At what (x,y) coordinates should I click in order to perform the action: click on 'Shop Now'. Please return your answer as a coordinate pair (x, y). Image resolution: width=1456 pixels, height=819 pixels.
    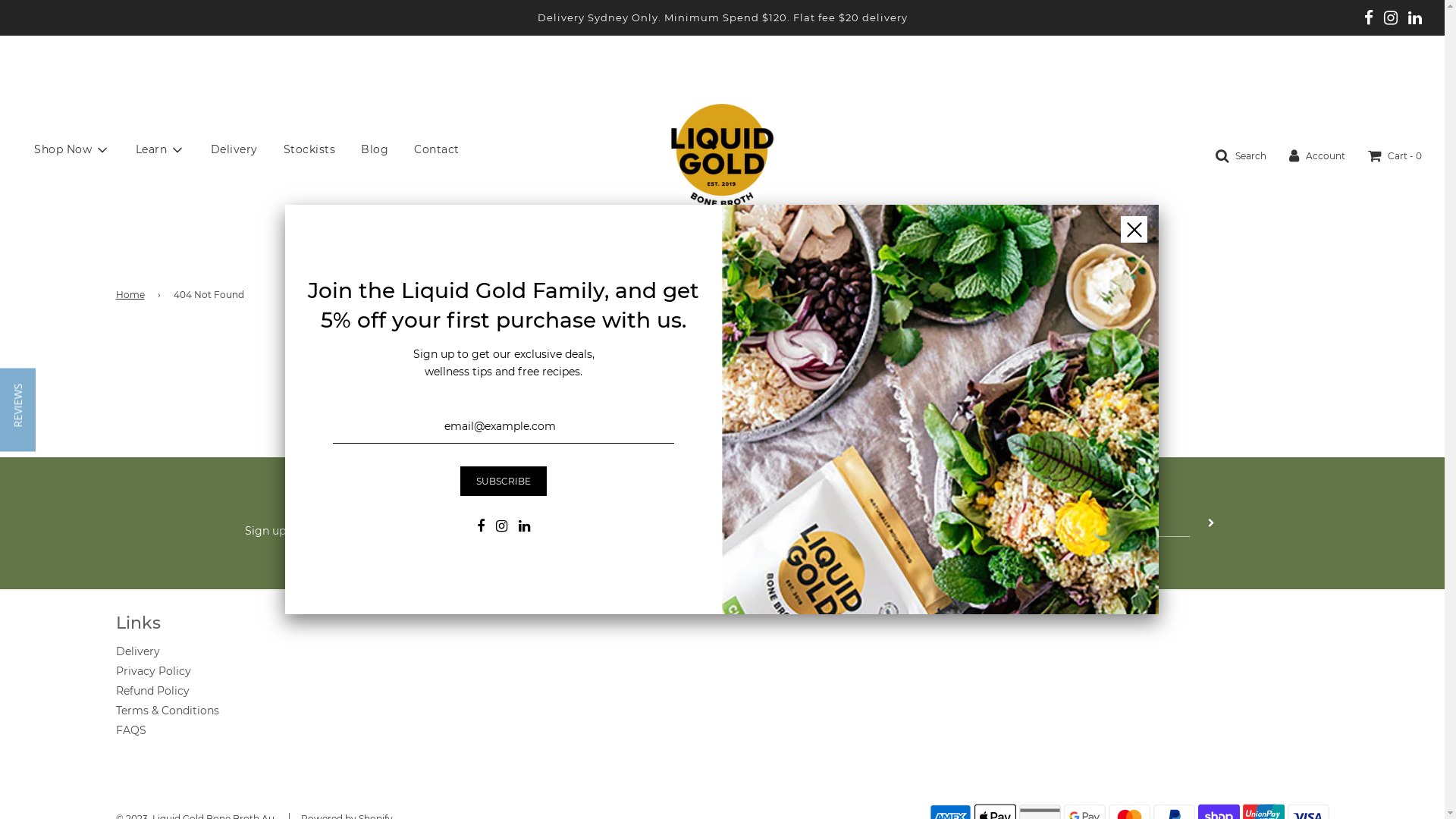
    Looking at the image, I should click on (22, 149).